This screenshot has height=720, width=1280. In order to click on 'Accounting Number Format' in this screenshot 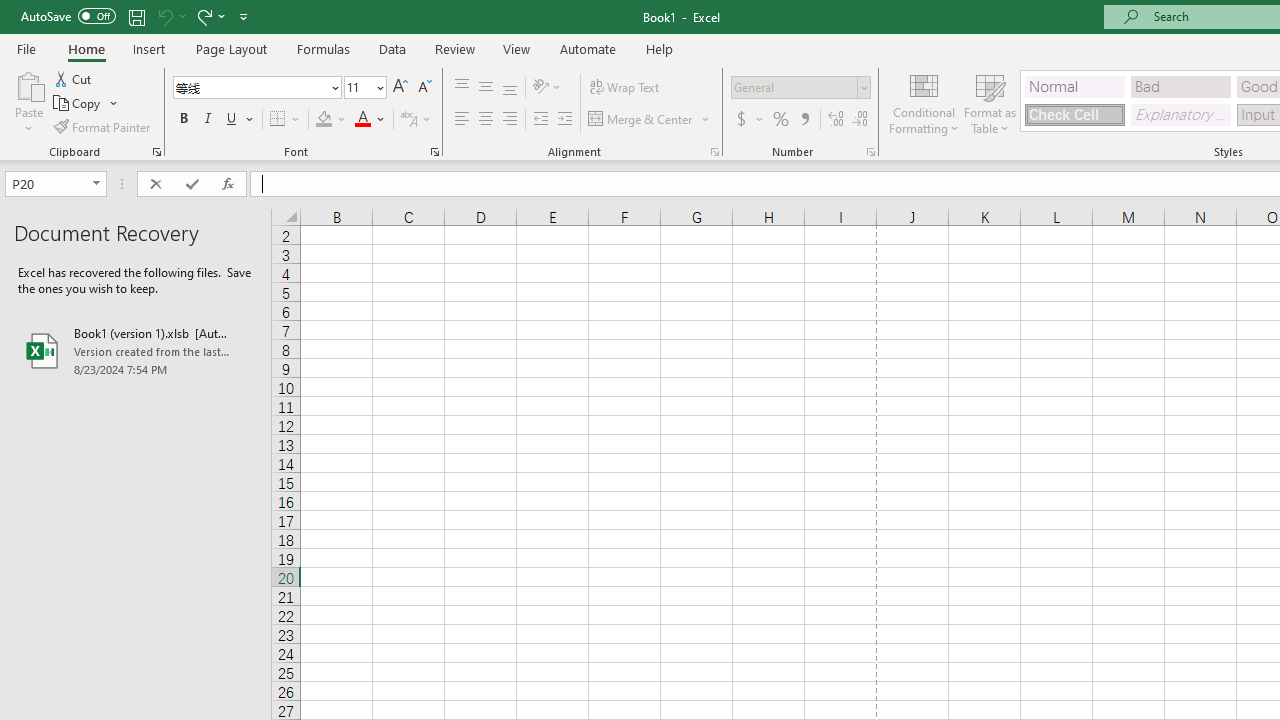, I will do `click(740, 119)`.